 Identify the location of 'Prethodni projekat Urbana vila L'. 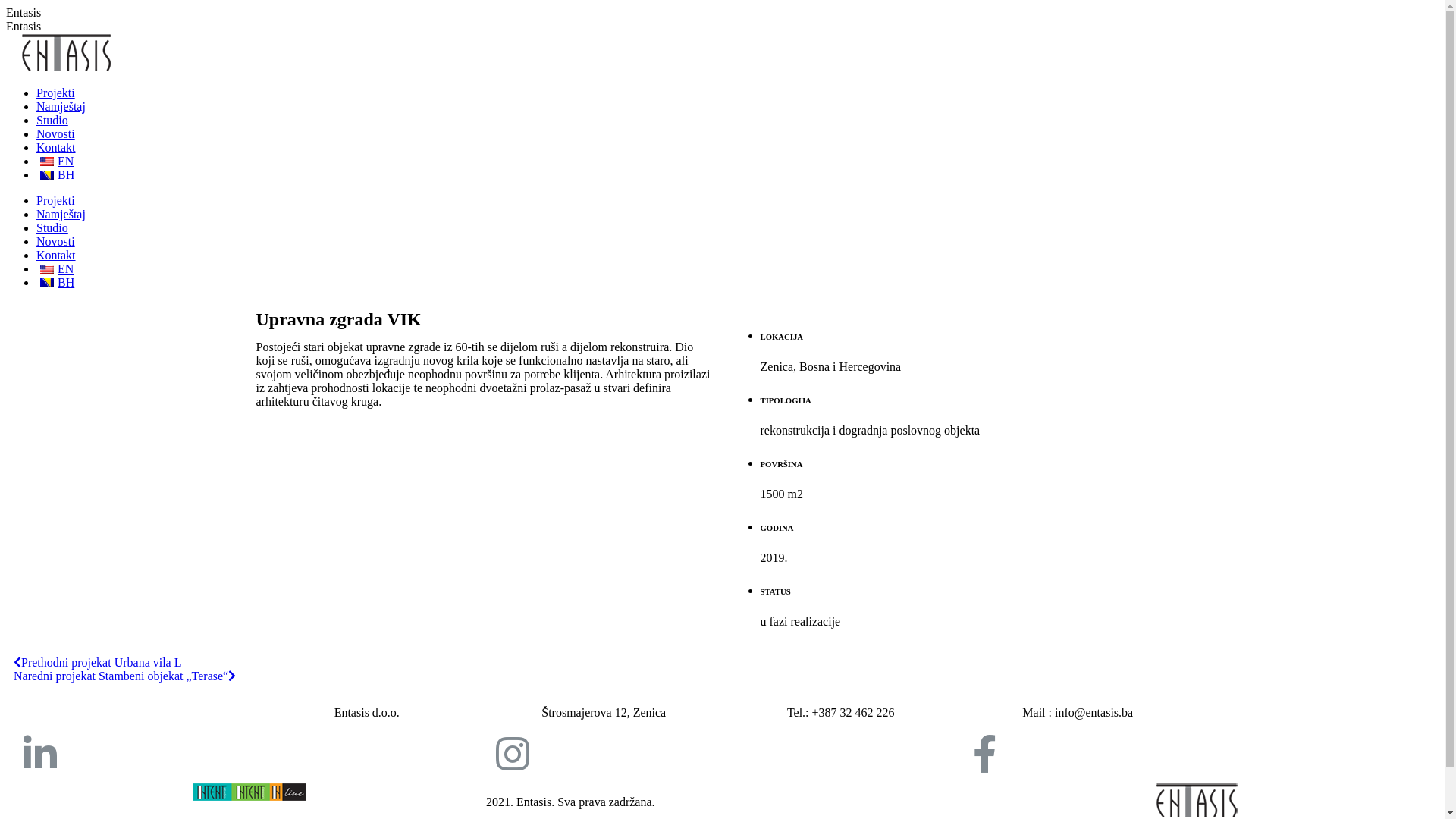
(97, 661).